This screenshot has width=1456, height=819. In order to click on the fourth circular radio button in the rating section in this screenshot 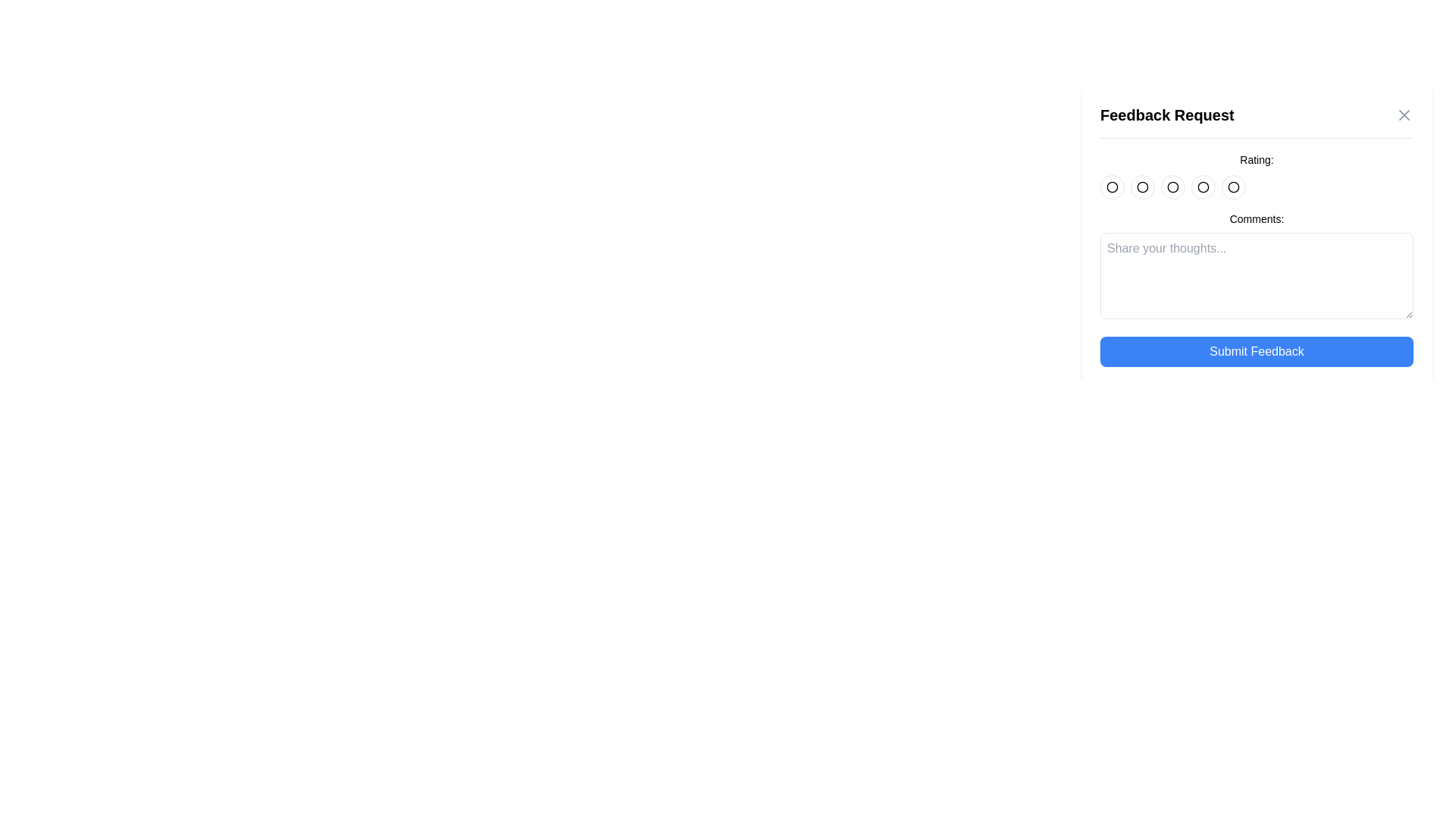, I will do `click(1203, 186)`.